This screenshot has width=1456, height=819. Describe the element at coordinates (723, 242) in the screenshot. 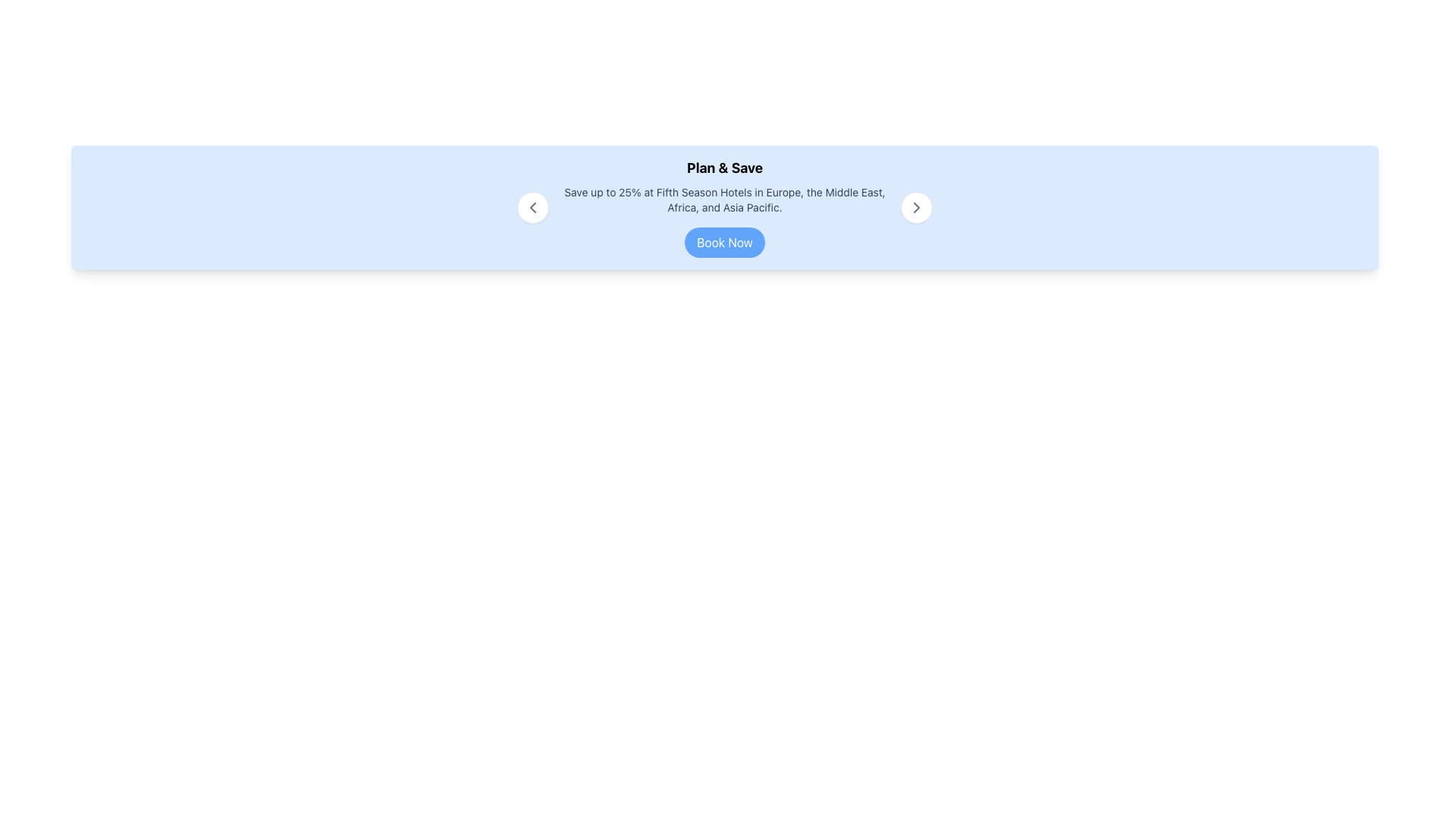

I see `the 'Book Now' button, which is a rectangular button with white text on a light blue background, centrally located below the descriptive text in its section` at that location.